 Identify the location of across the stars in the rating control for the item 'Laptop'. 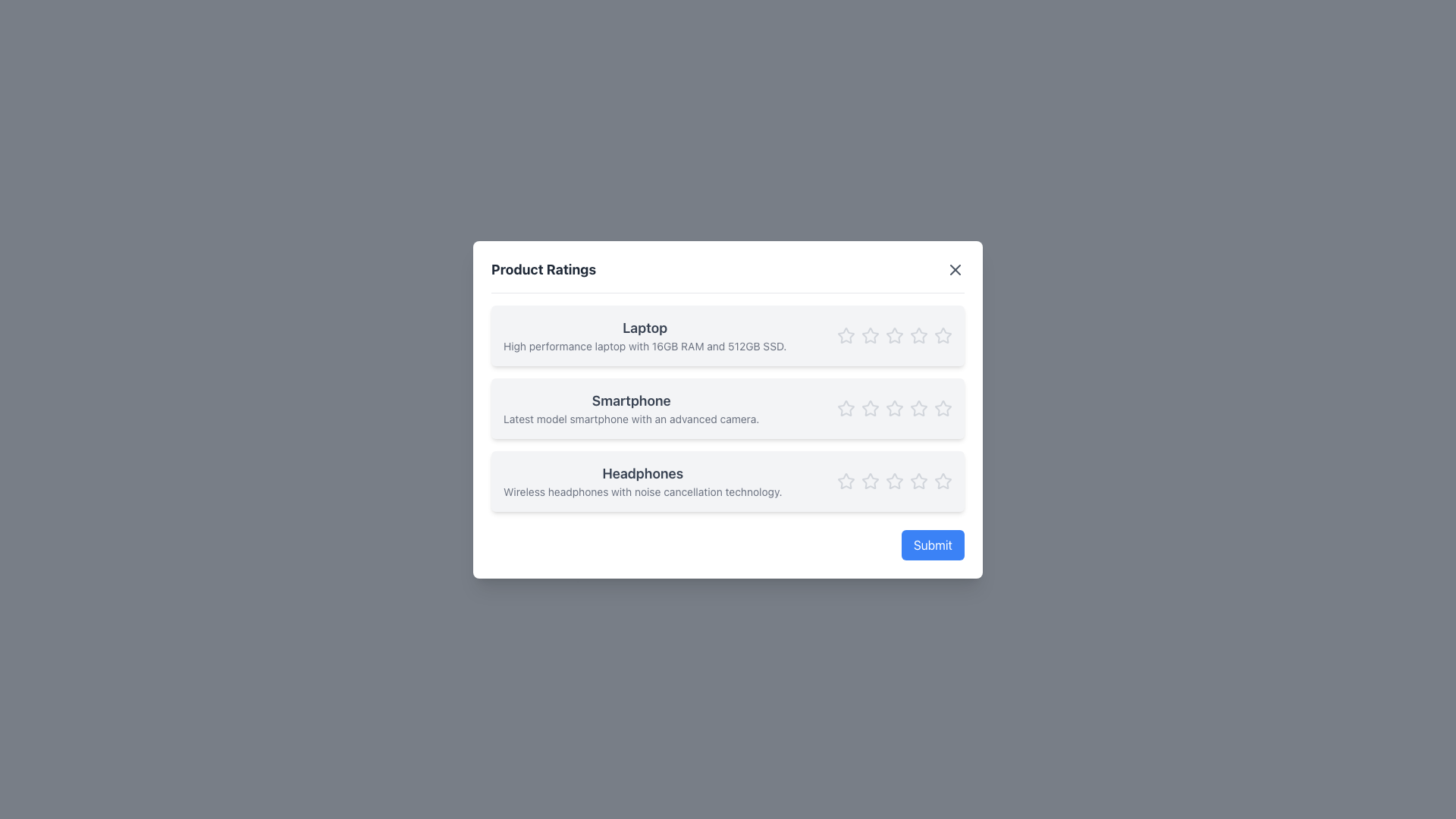
(895, 334).